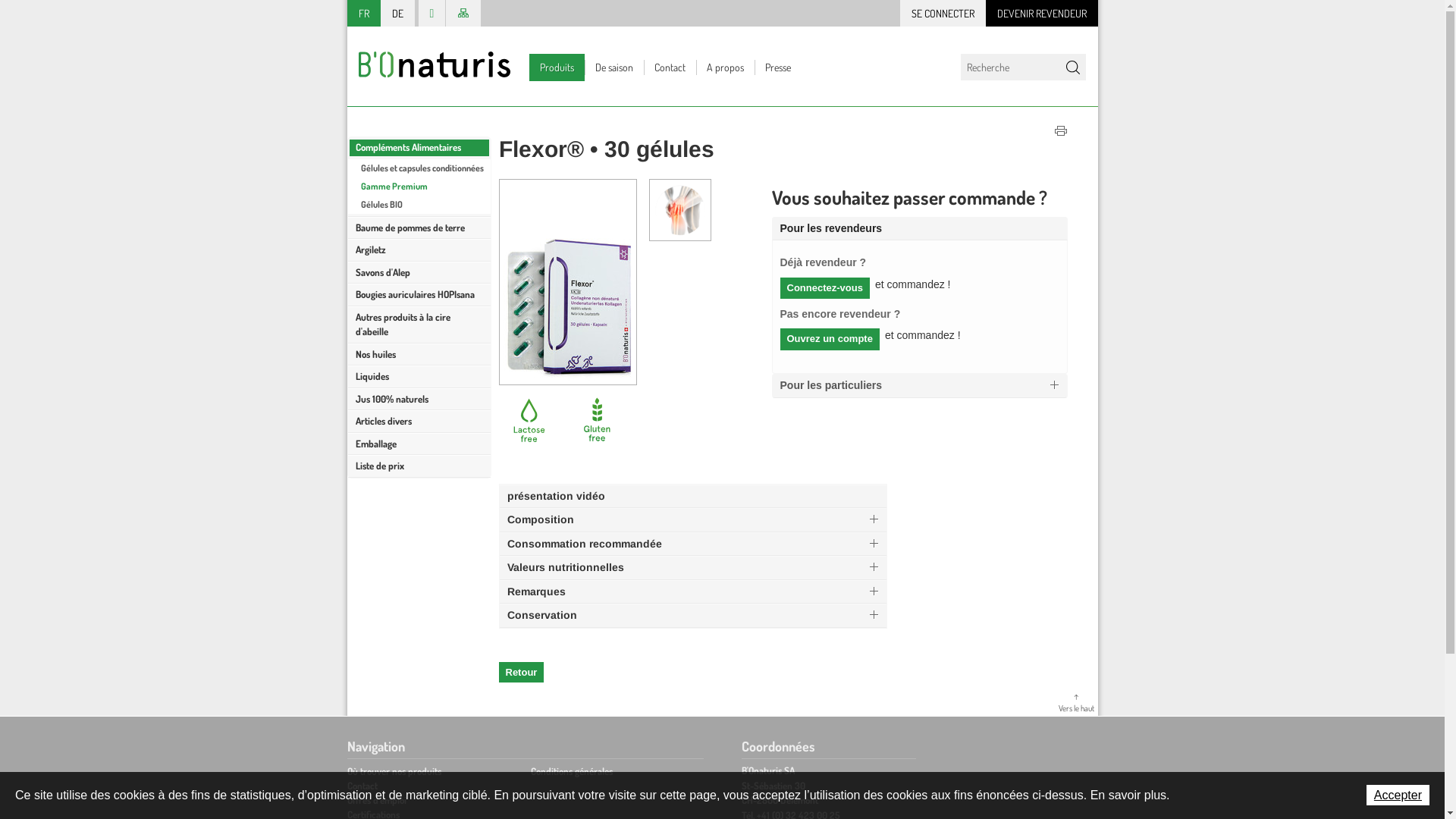 The width and height of the screenshot is (1456, 819). I want to click on 'Produits', so click(529, 66).